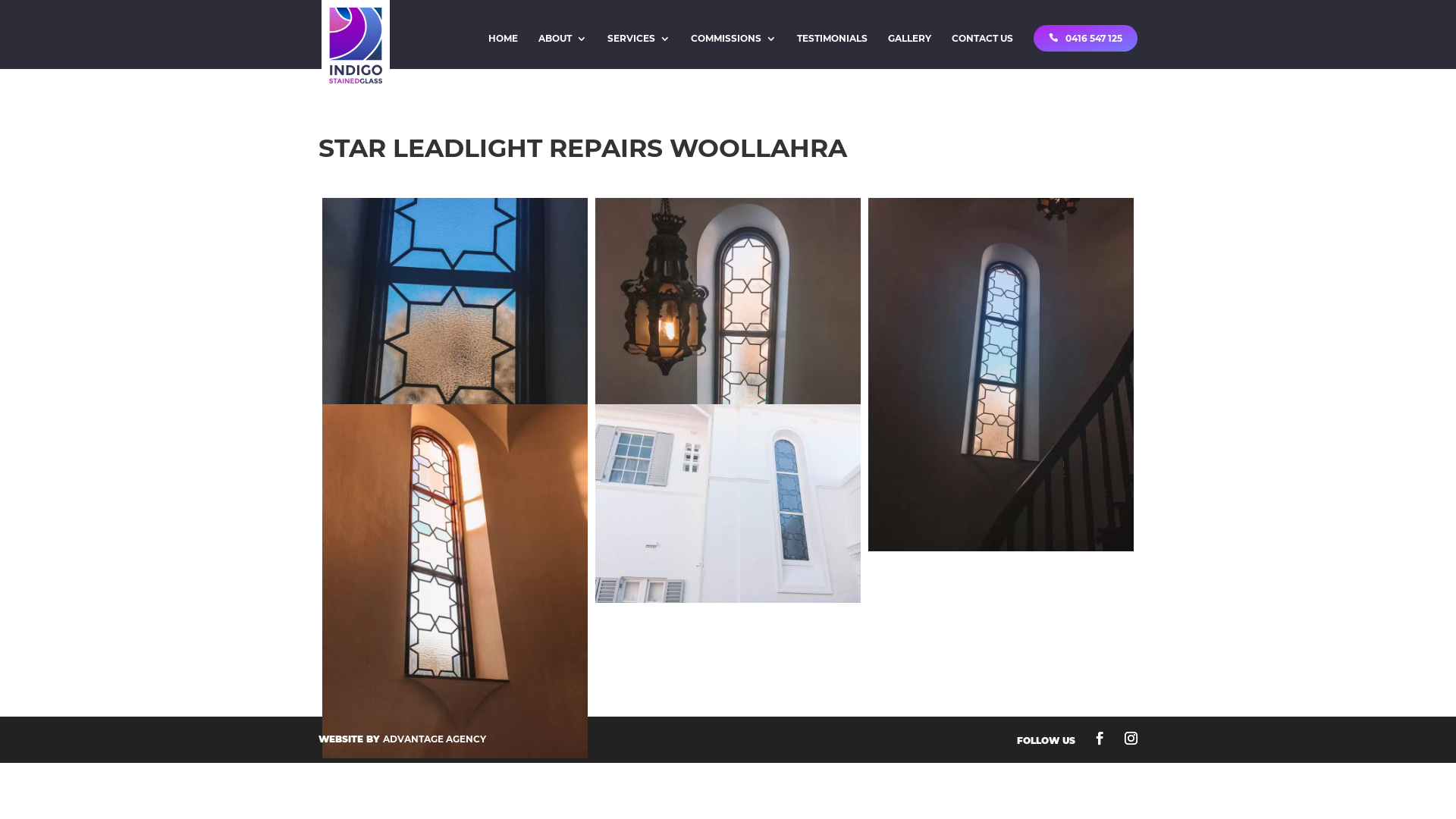 The image size is (1456, 819). Describe the element at coordinates (433, 738) in the screenshot. I see `'ADVANTAGE AGENCY'` at that location.